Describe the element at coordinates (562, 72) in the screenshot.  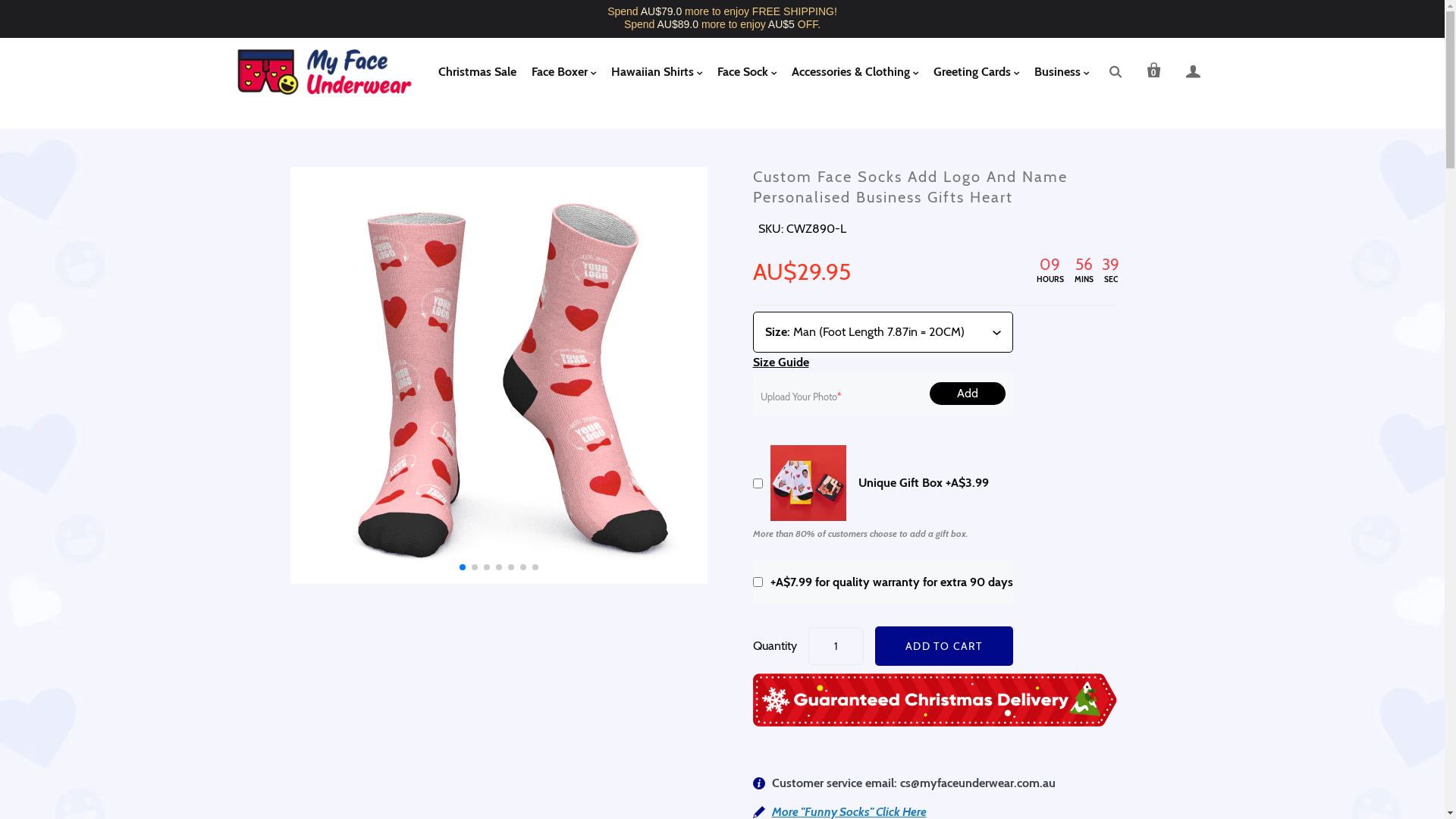
I see `'Face Boxer'` at that location.